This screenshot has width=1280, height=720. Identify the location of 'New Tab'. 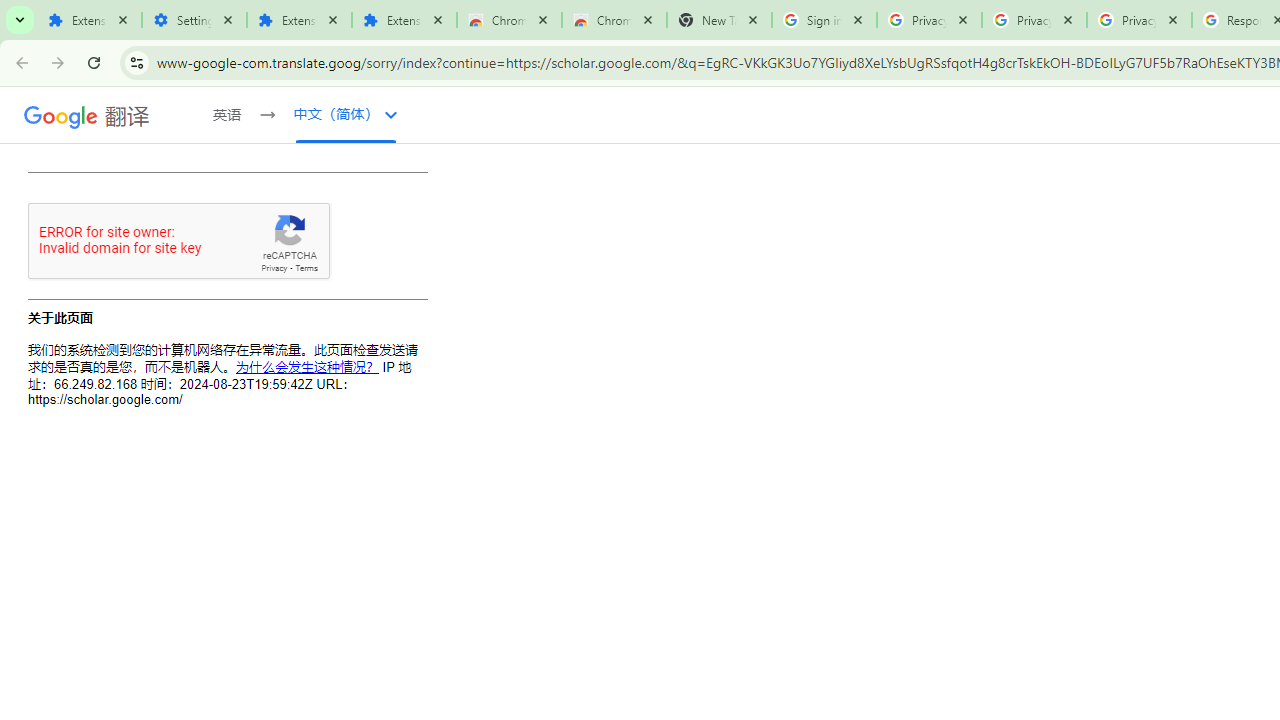
(719, 20).